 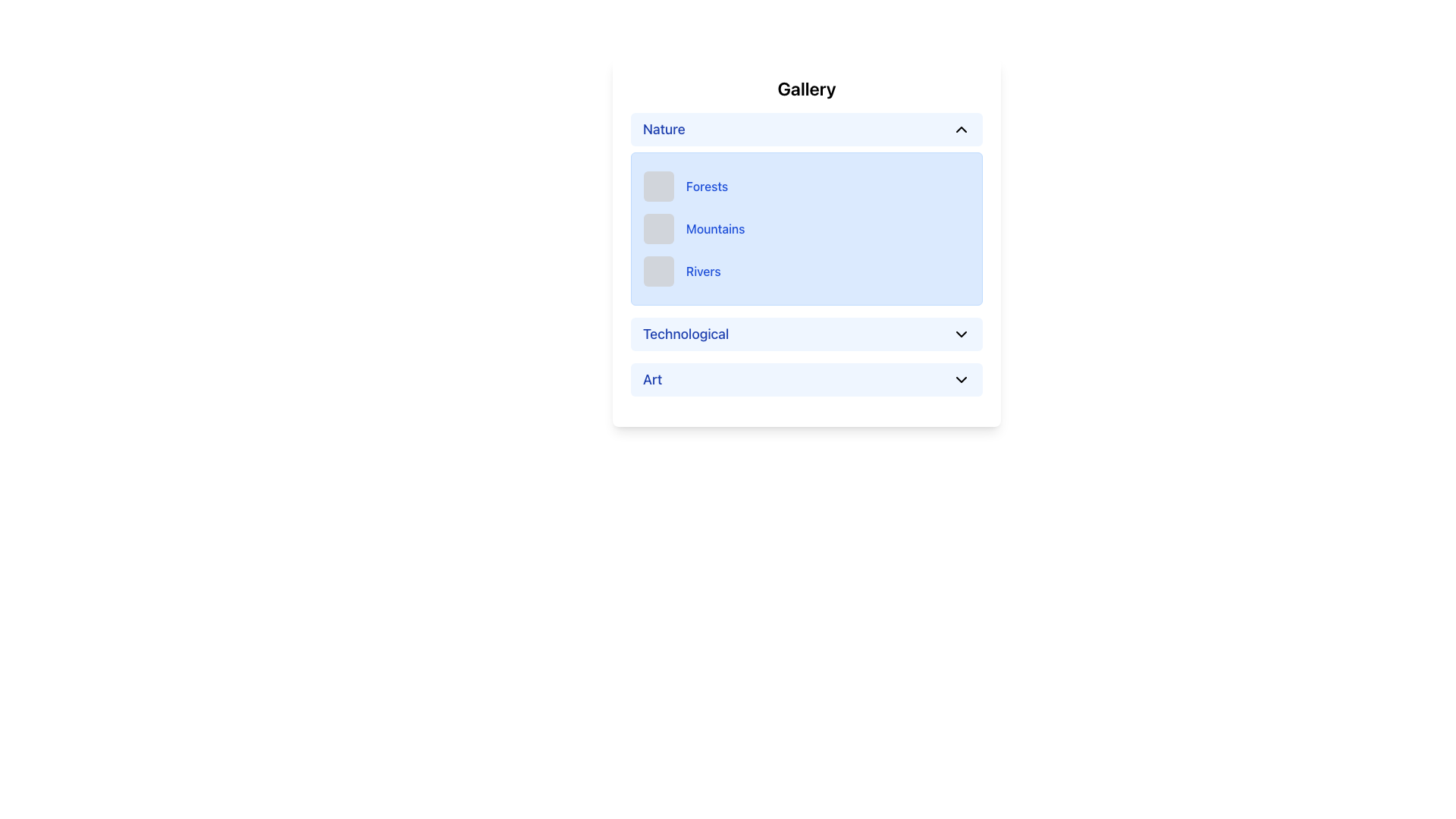 I want to click on the collapse icon located on the rightmost side of the 'Nature' section, so click(x=960, y=128).